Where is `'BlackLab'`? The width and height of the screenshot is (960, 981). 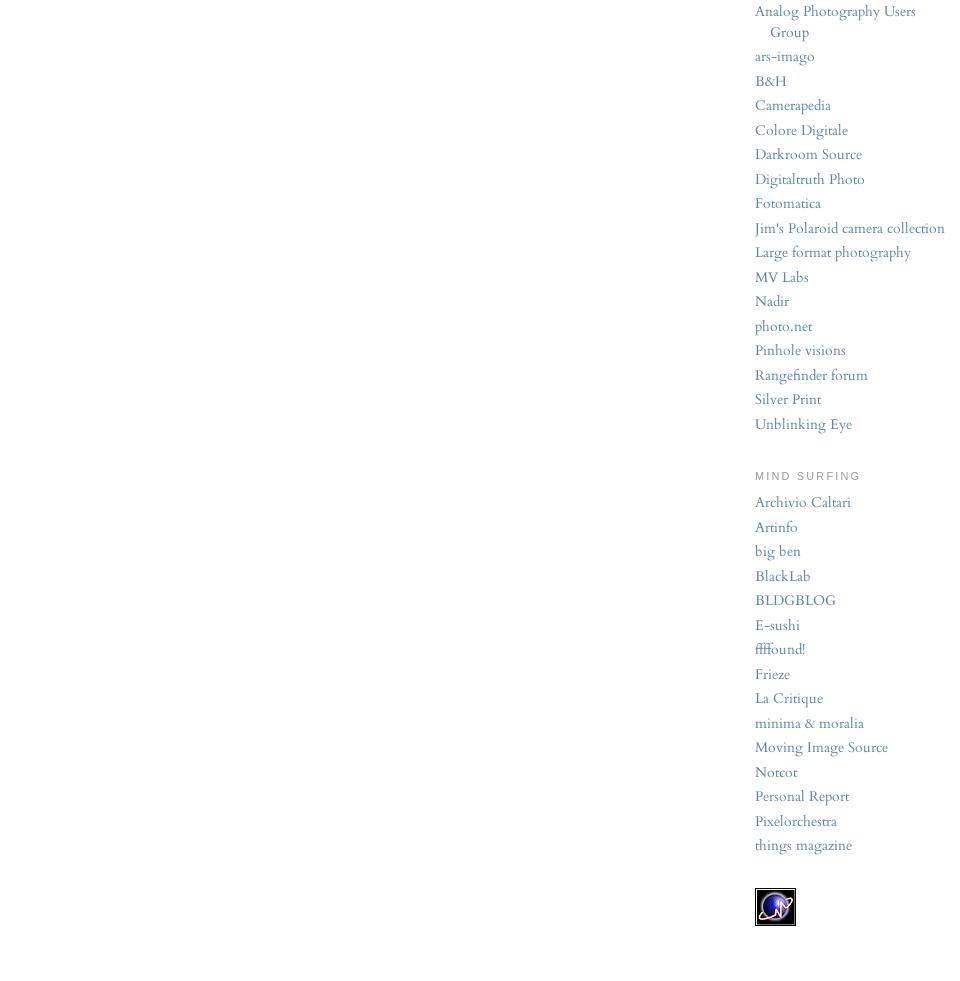 'BlackLab' is located at coordinates (754, 575).